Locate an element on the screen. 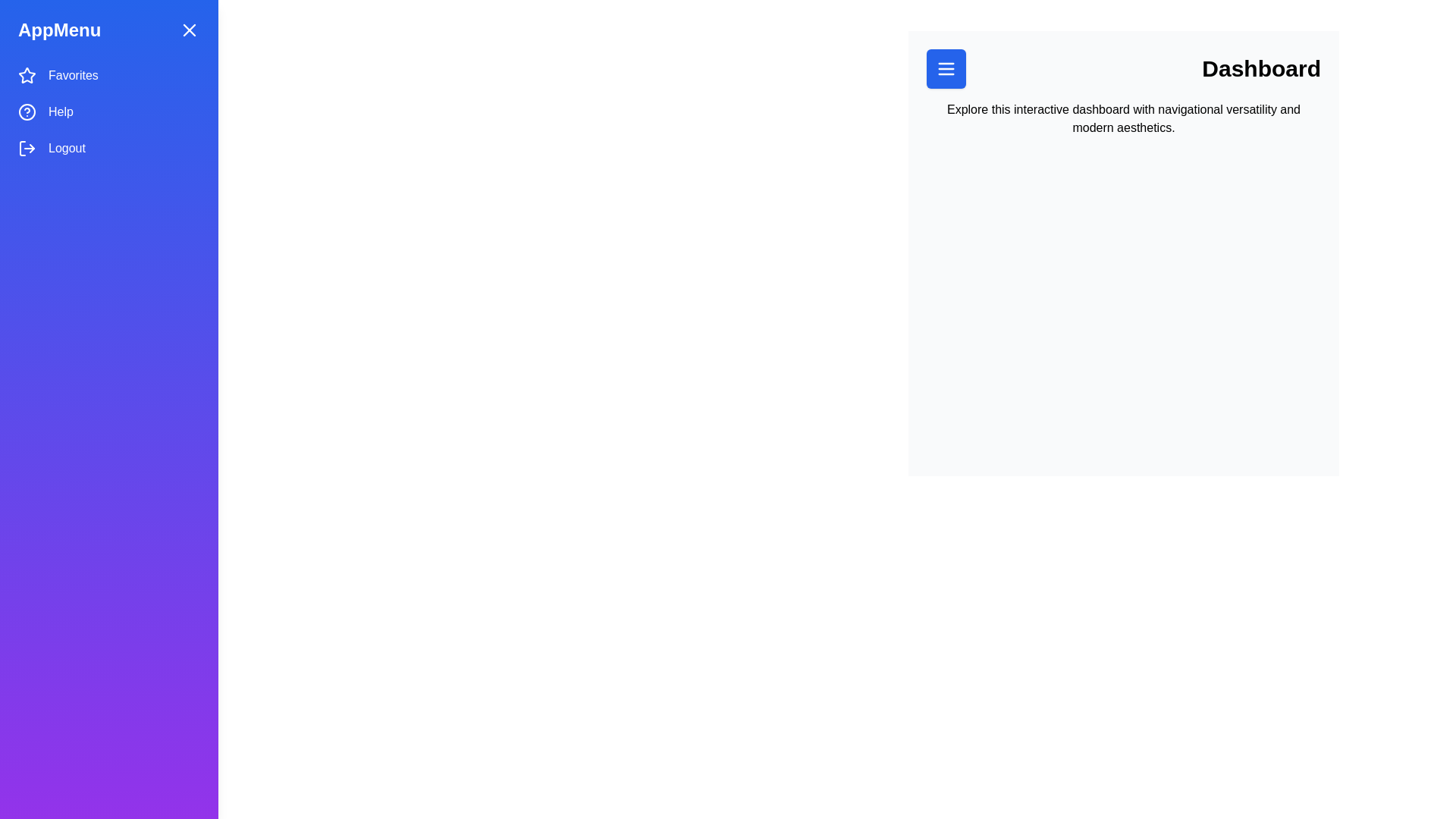  the 'Help' or 'Support' SVG Circle icon located in the application menu, positioned between the 'Favorites' and 'Logout' icons is located at coordinates (27, 111).